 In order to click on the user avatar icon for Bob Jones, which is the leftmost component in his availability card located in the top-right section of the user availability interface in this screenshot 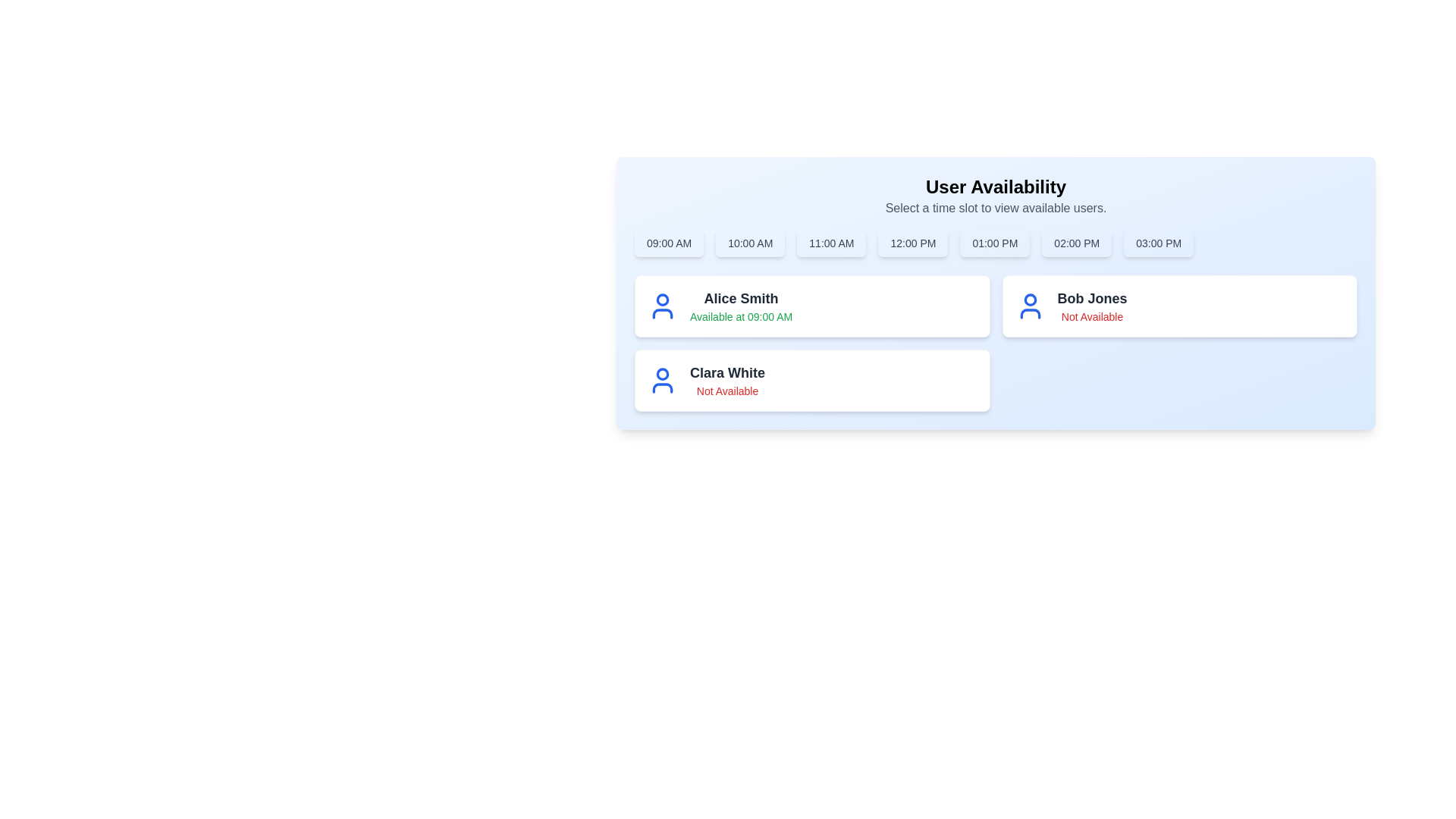, I will do `click(1030, 306)`.